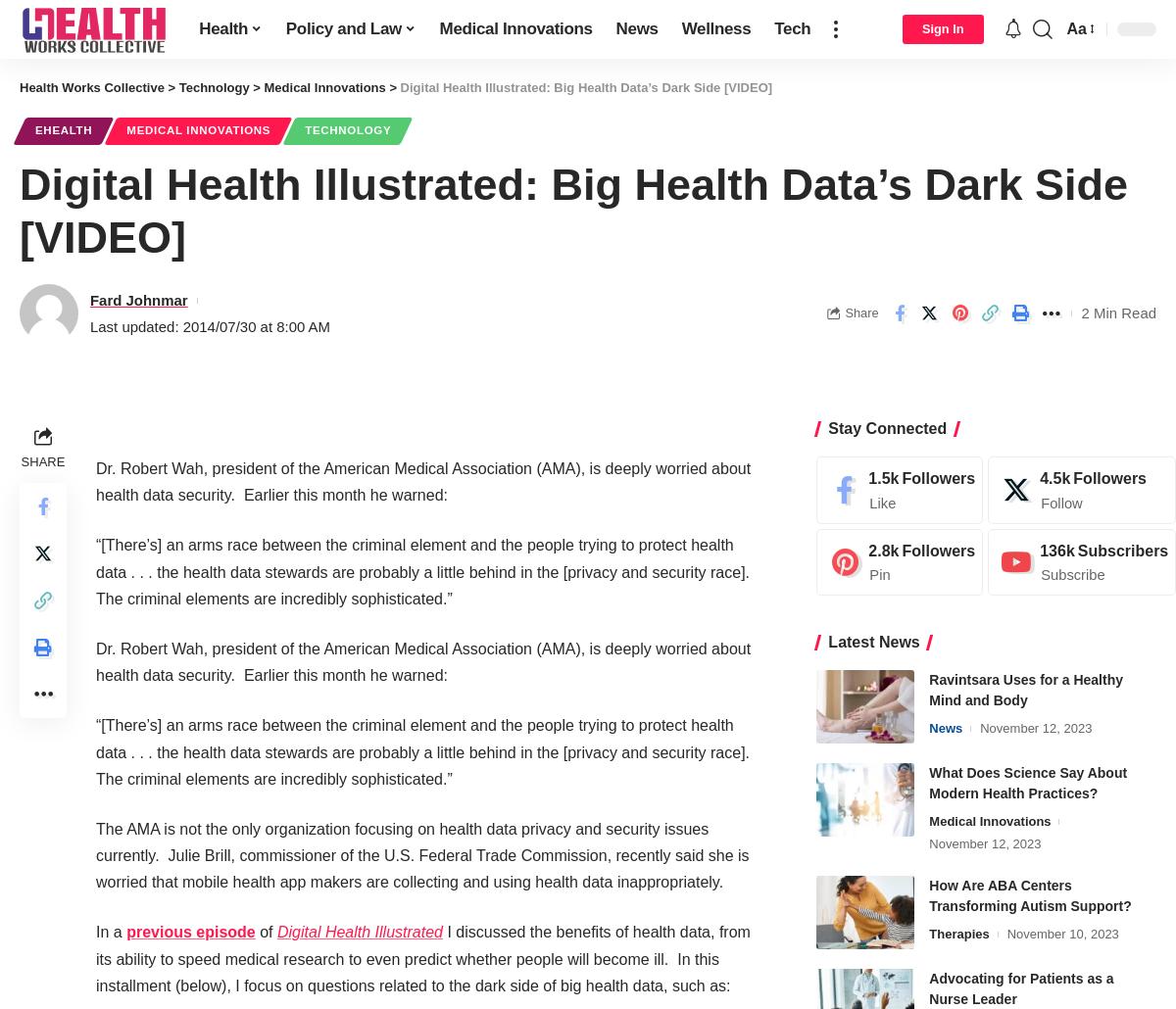 This screenshot has height=1009, width=1176. I want to click on 'I discussed the benefits of health data, from its ability to speed medical research to even predict whether people will become ill.  In this installment (below), I focus on questions related to the dark side of big health data, such as:', so click(422, 957).